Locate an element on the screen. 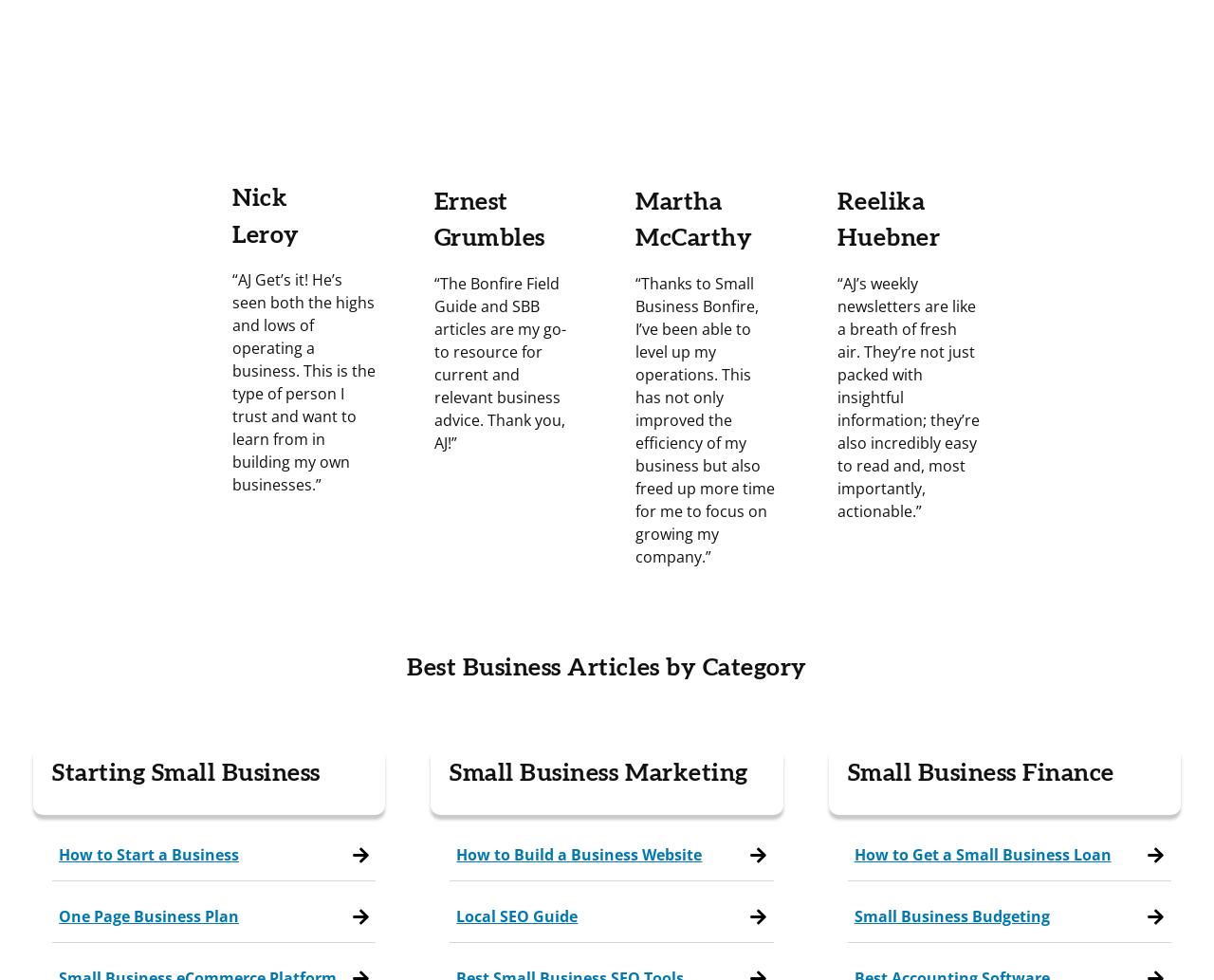  'Leroy' is located at coordinates (230, 232).